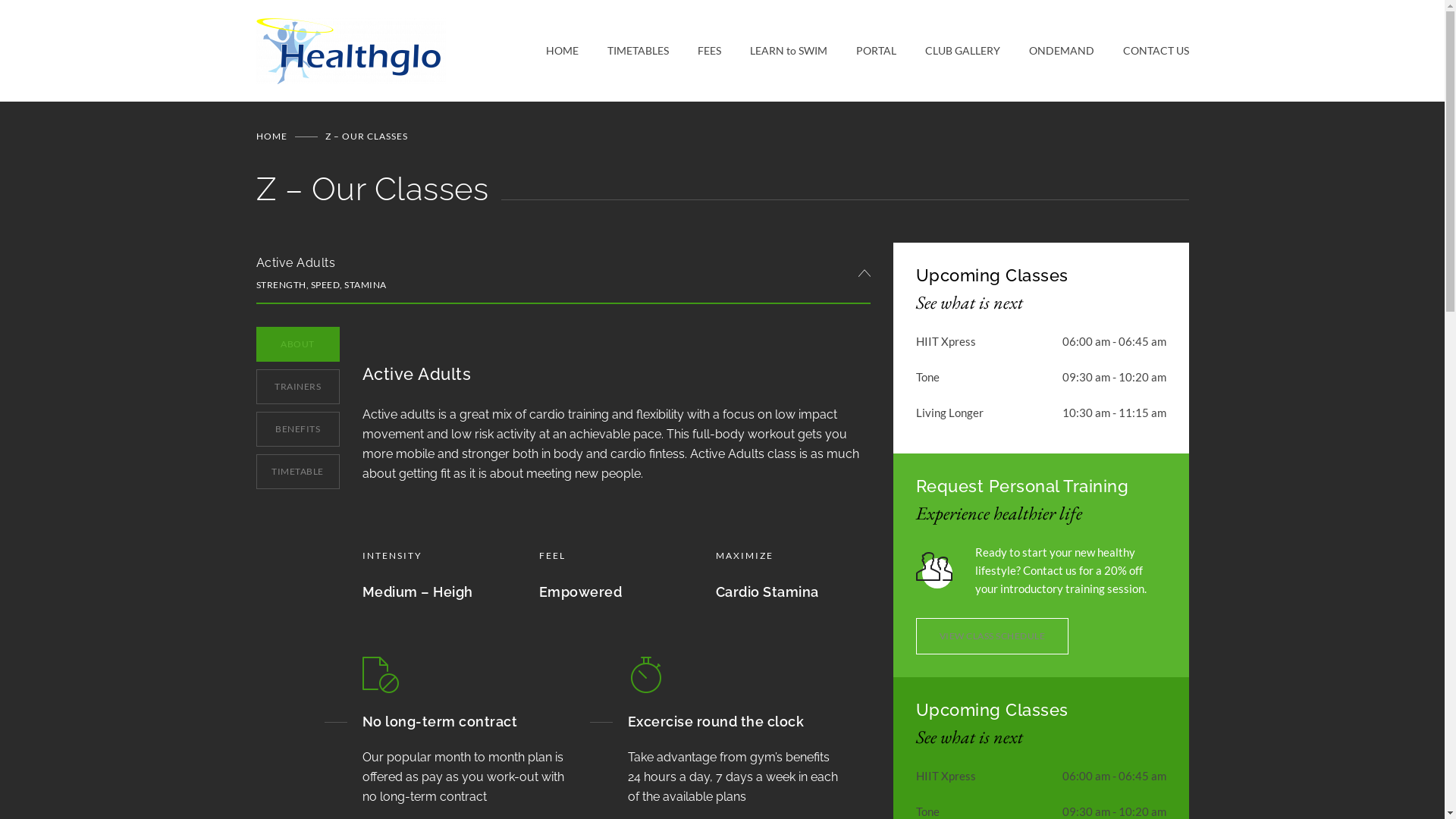 This screenshot has width=1456, height=819. What do you see at coordinates (1046, 49) in the screenshot?
I see `'ONDEMAND'` at bounding box center [1046, 49].